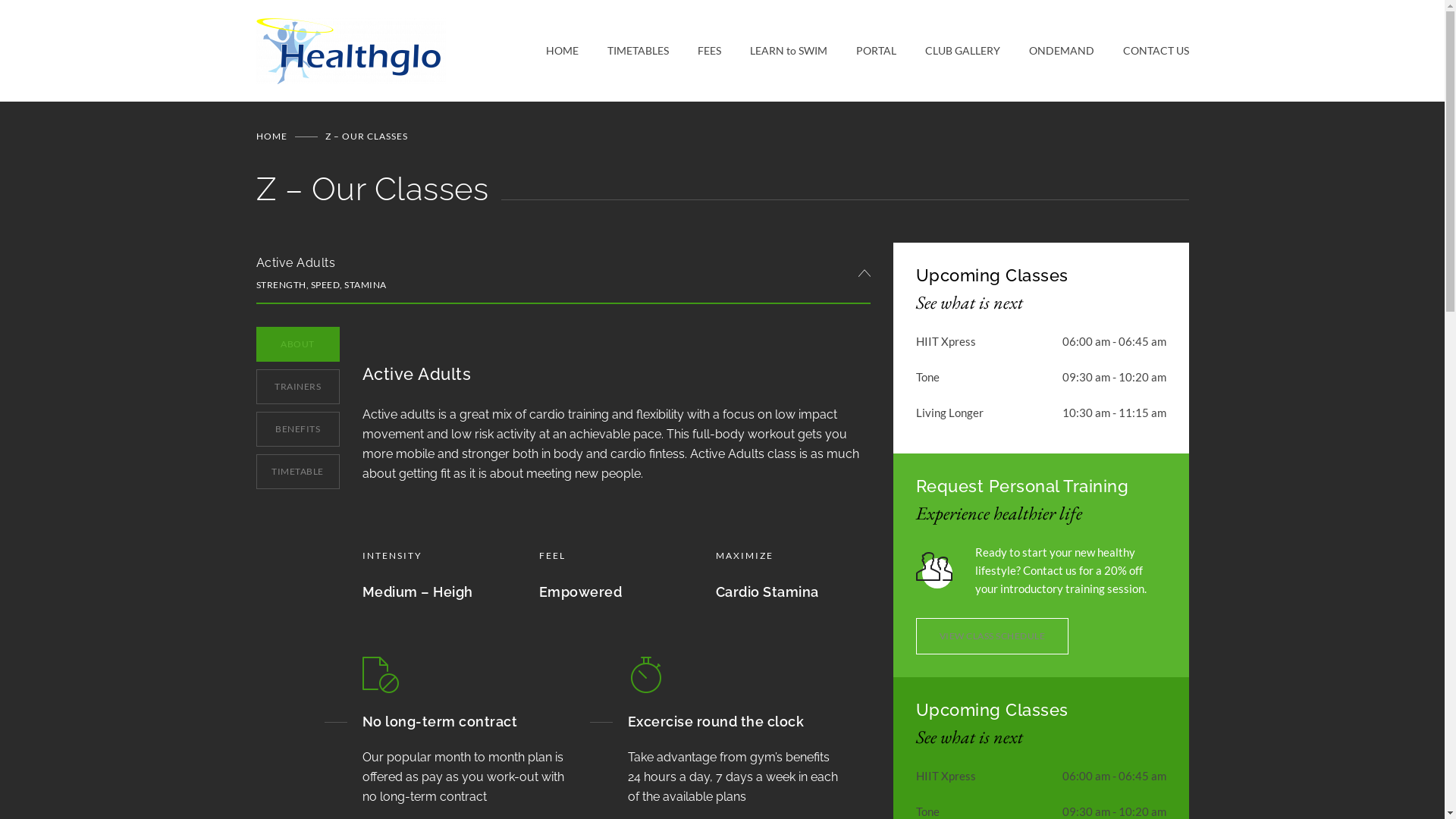 This screenshot has width=1456, height=819. What do you see at coordinates (1046, 49) in the screenshot?
I see `'ONDEMAND'` at bounding box center [1046, 49].